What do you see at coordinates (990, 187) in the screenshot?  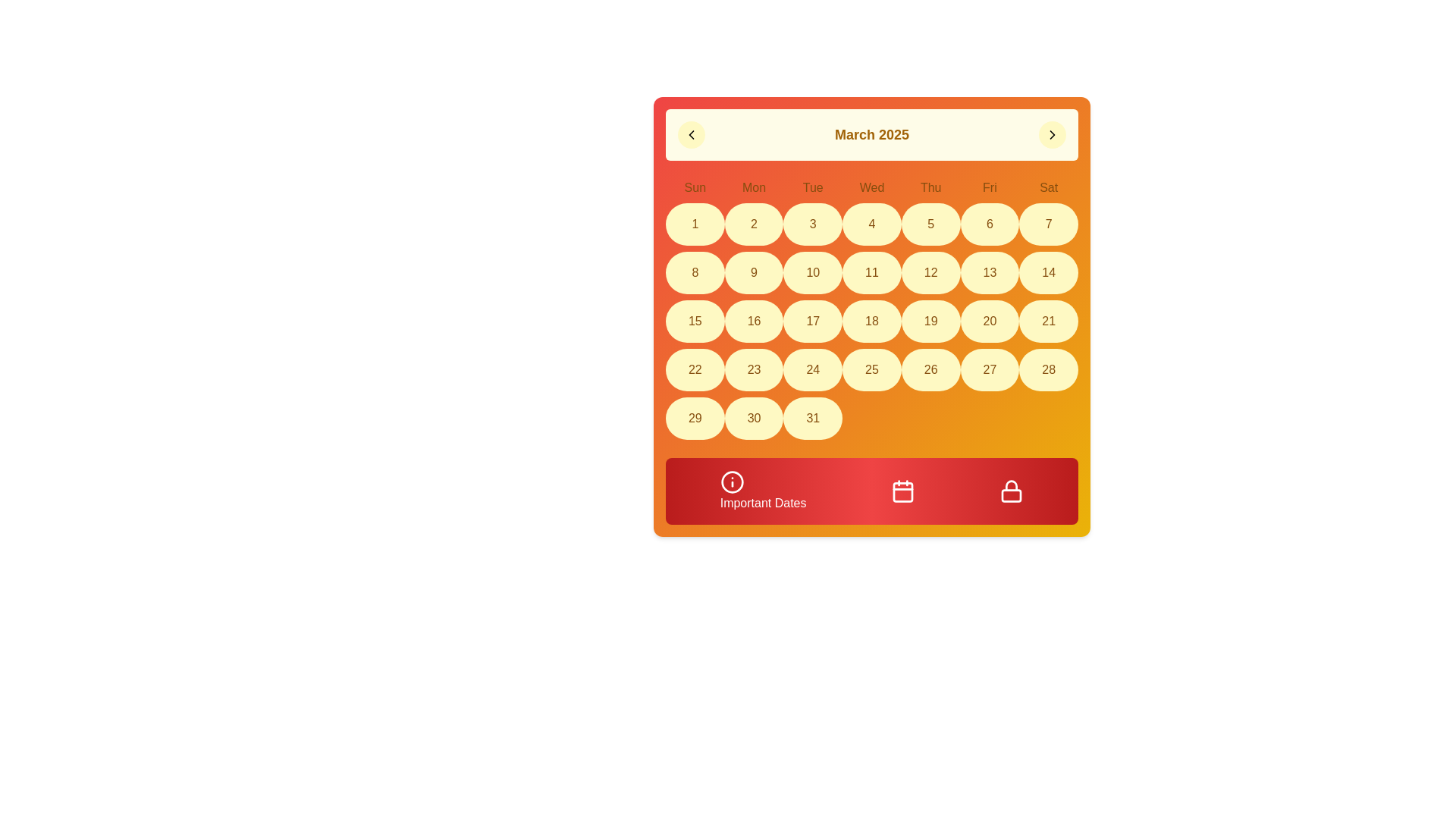 I see `the text label for 'Friday' in the calendar's column header, which is located between 'Thu' and 'Sat'` at bounding box center [990, 187].